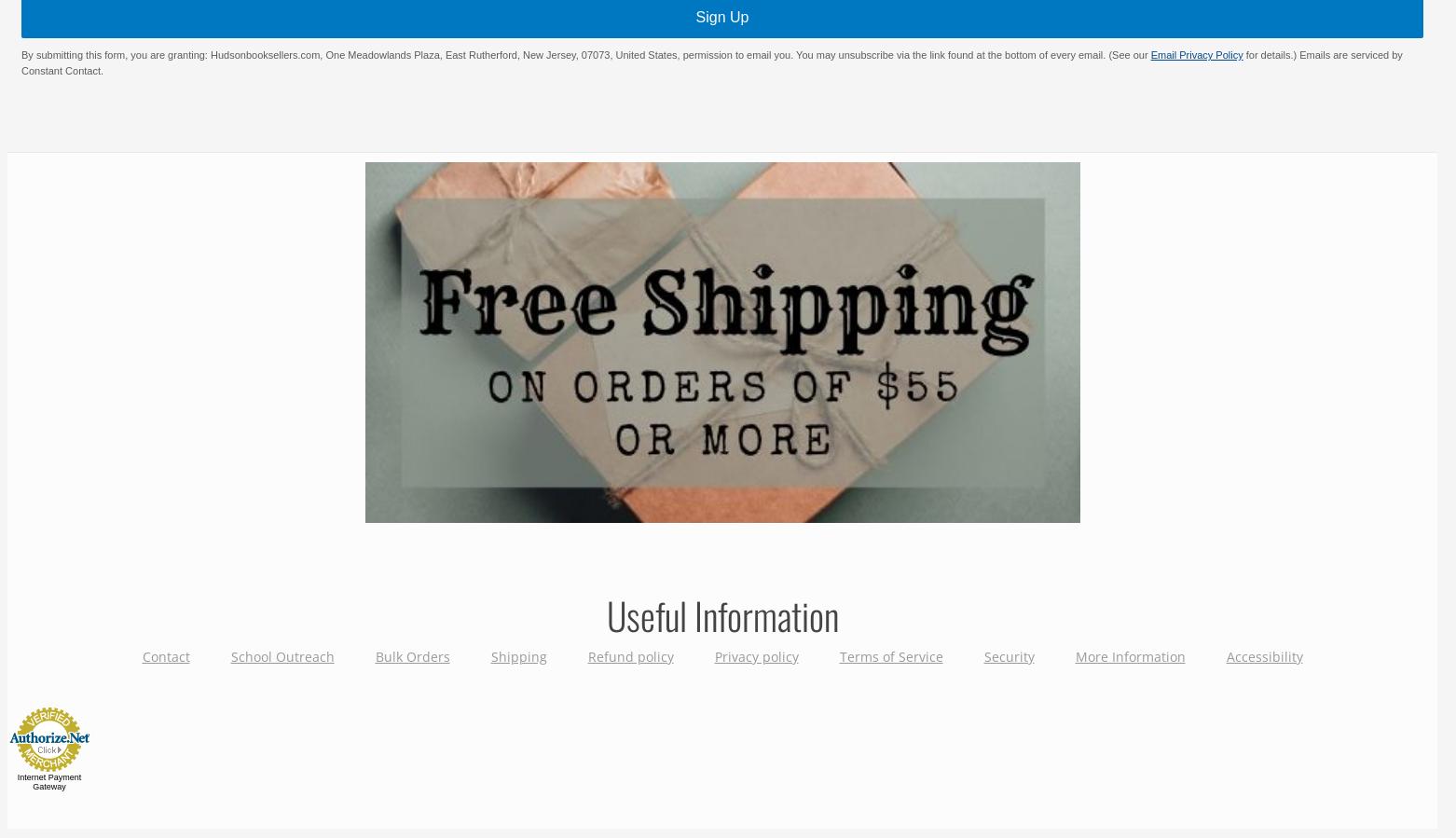 Image resolution: width=1456 pixels, height=838 pixels. Describe the element at coordinates (721, 612) in the screenshot. I see `'Useful Information'` at that location.